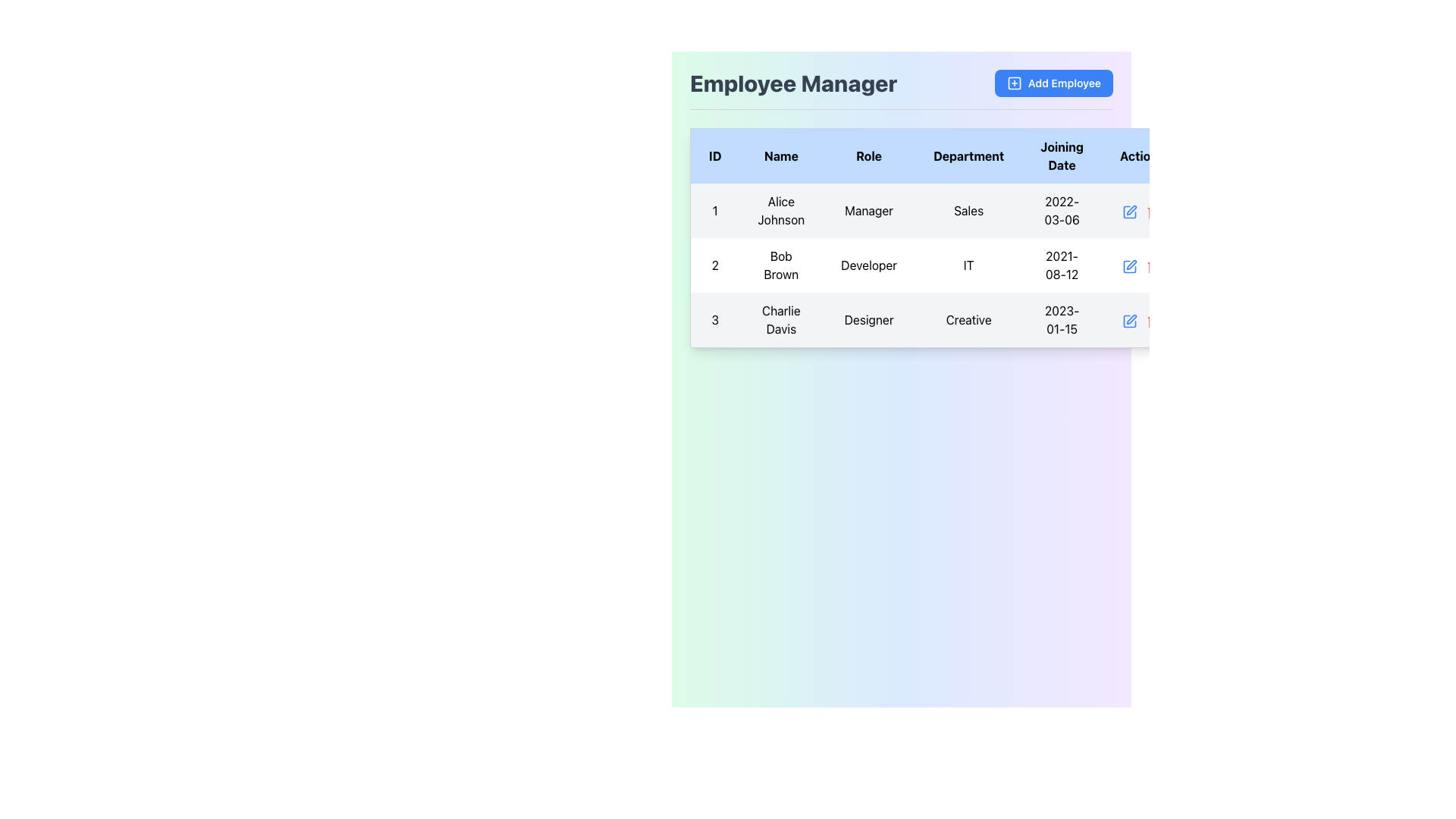 The image size is (1456, 819). I want to click on the pen icon in the 'Action' column of the last row corresponding to 'Charlie Davis' to initiate editing, so click(1131, 318).